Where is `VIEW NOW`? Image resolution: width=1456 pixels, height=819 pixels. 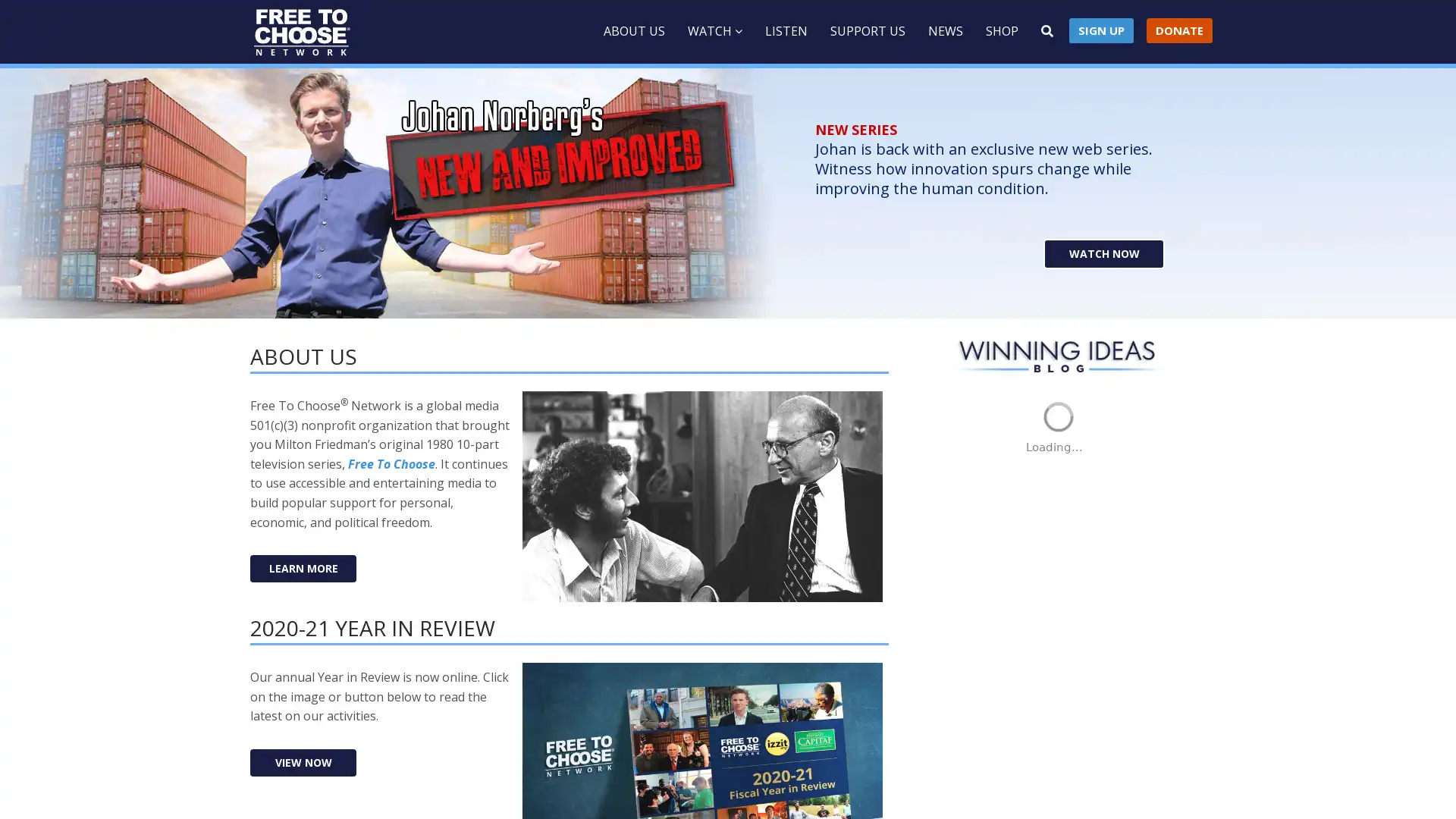 VIEW NOW is located at coordinates (303, 762).